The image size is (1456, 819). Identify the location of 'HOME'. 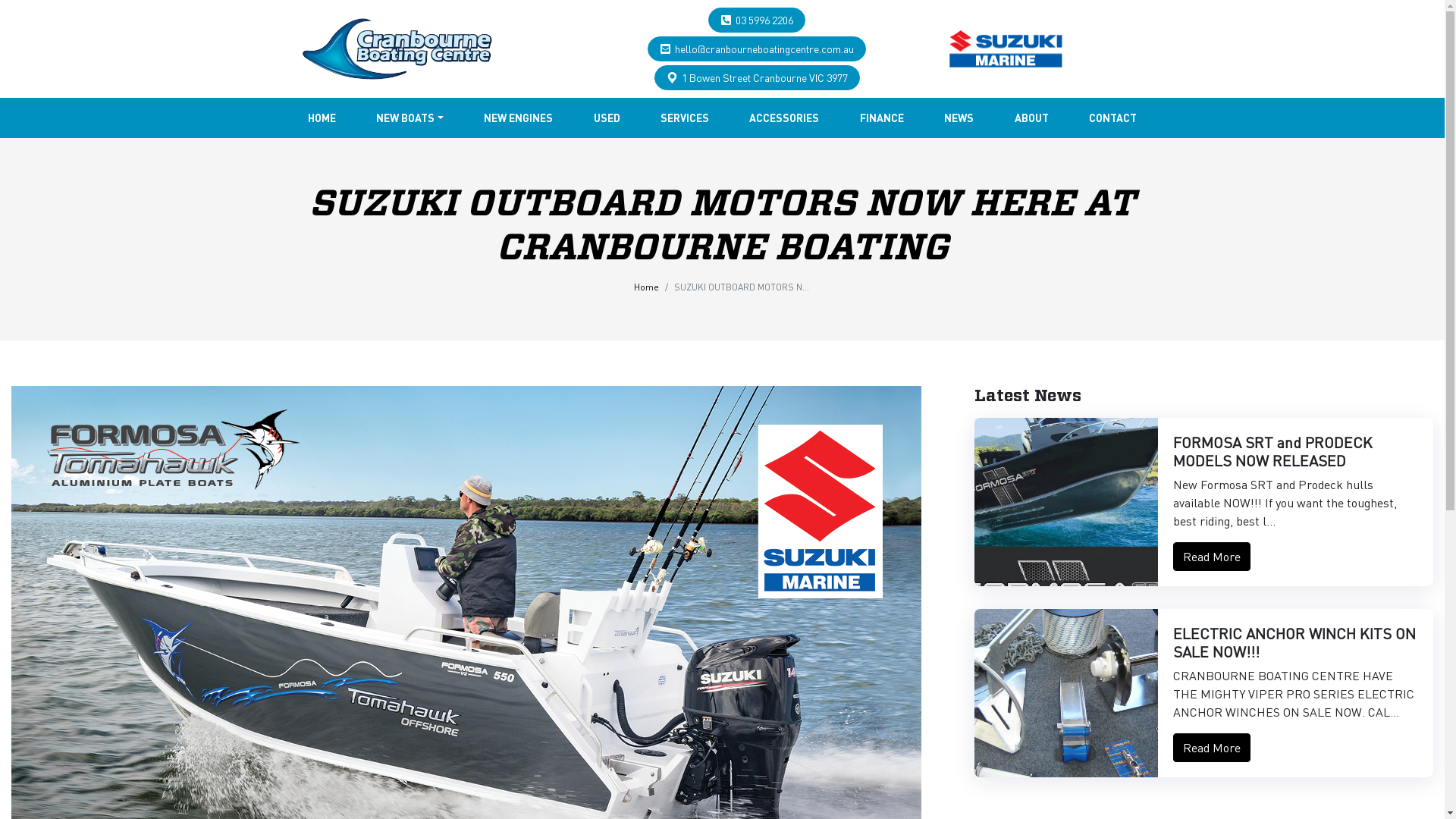
(321, 117).